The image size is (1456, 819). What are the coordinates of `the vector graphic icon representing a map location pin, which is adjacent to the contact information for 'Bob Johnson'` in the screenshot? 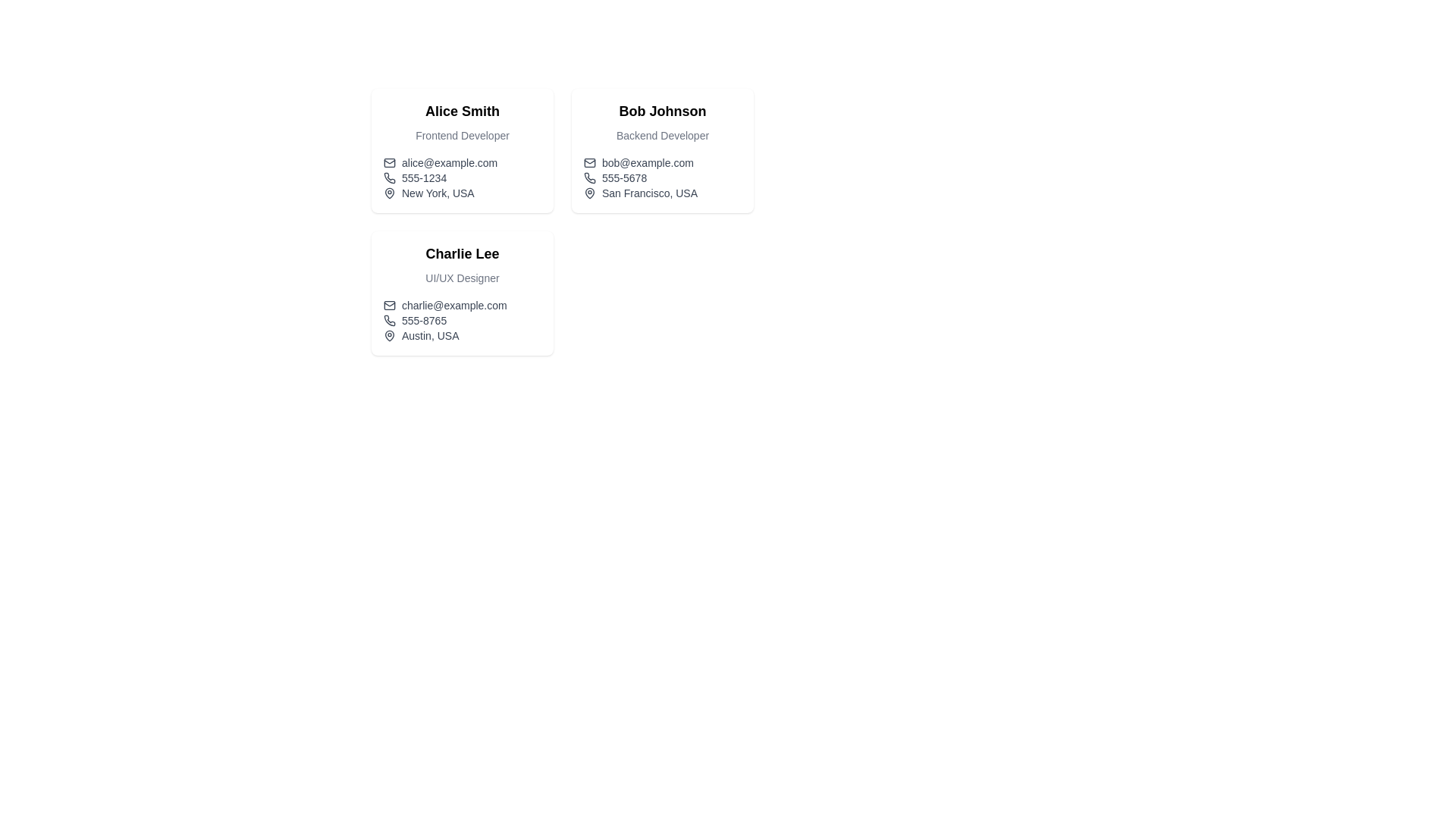 It's located at (588, 192).